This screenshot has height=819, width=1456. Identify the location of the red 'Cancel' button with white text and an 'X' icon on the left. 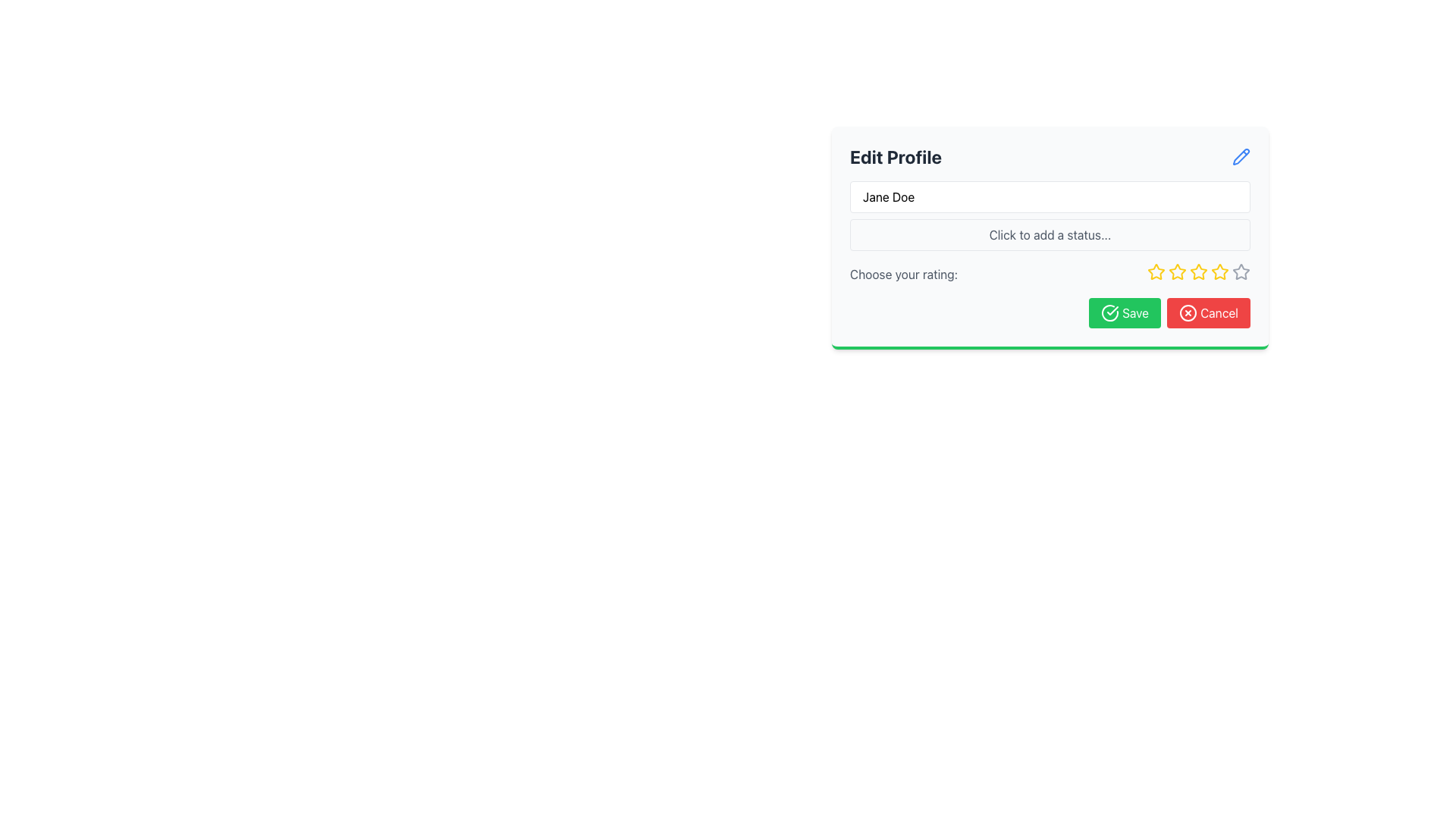
(1207, 312).